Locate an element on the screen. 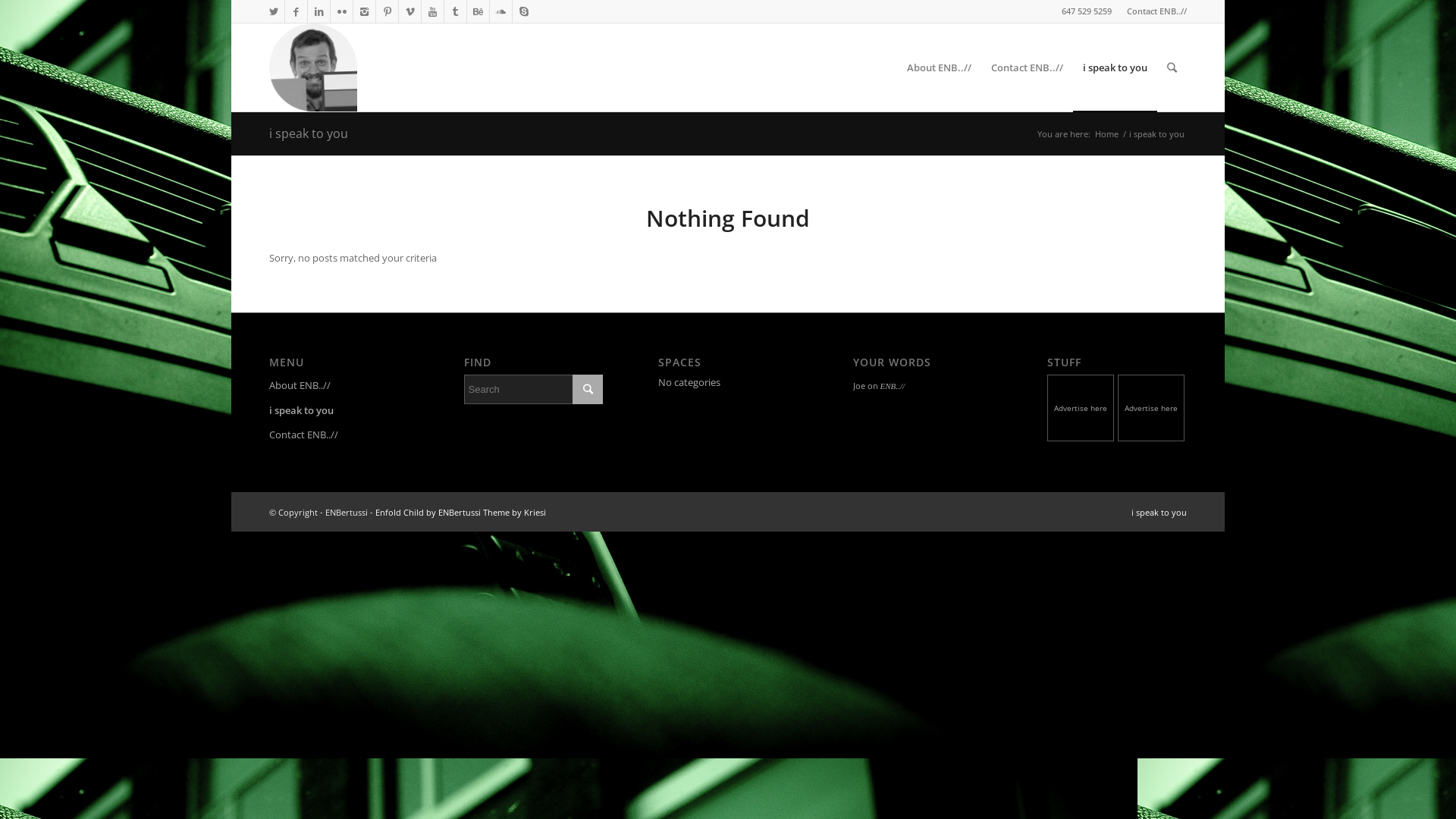  'Pinterest' is located at coordinates (375, 11).